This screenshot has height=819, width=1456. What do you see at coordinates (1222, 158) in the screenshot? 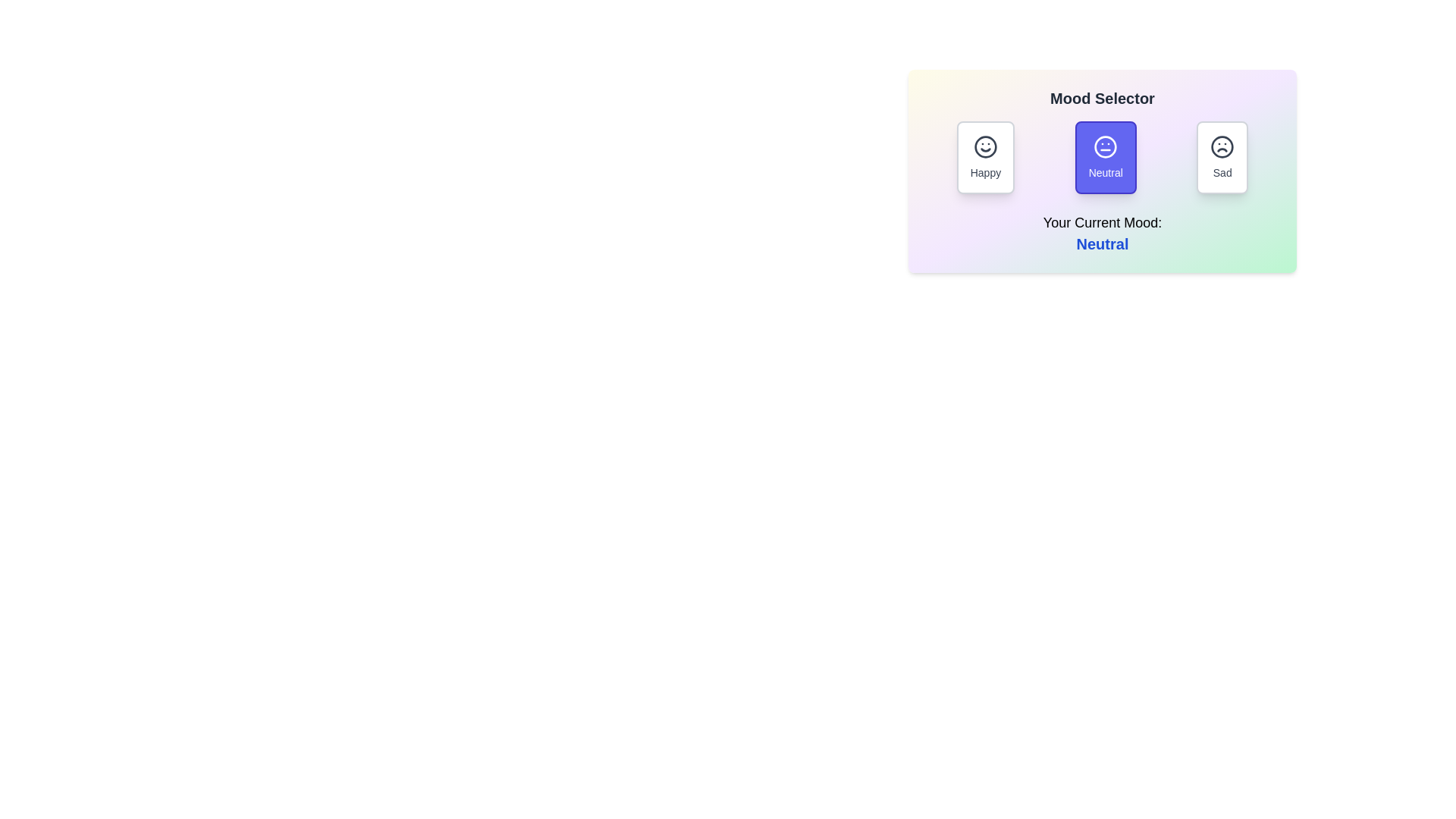
I see `the 'Sad' mood selection button in the mood selector widget` at bounding box center [1222, 158].